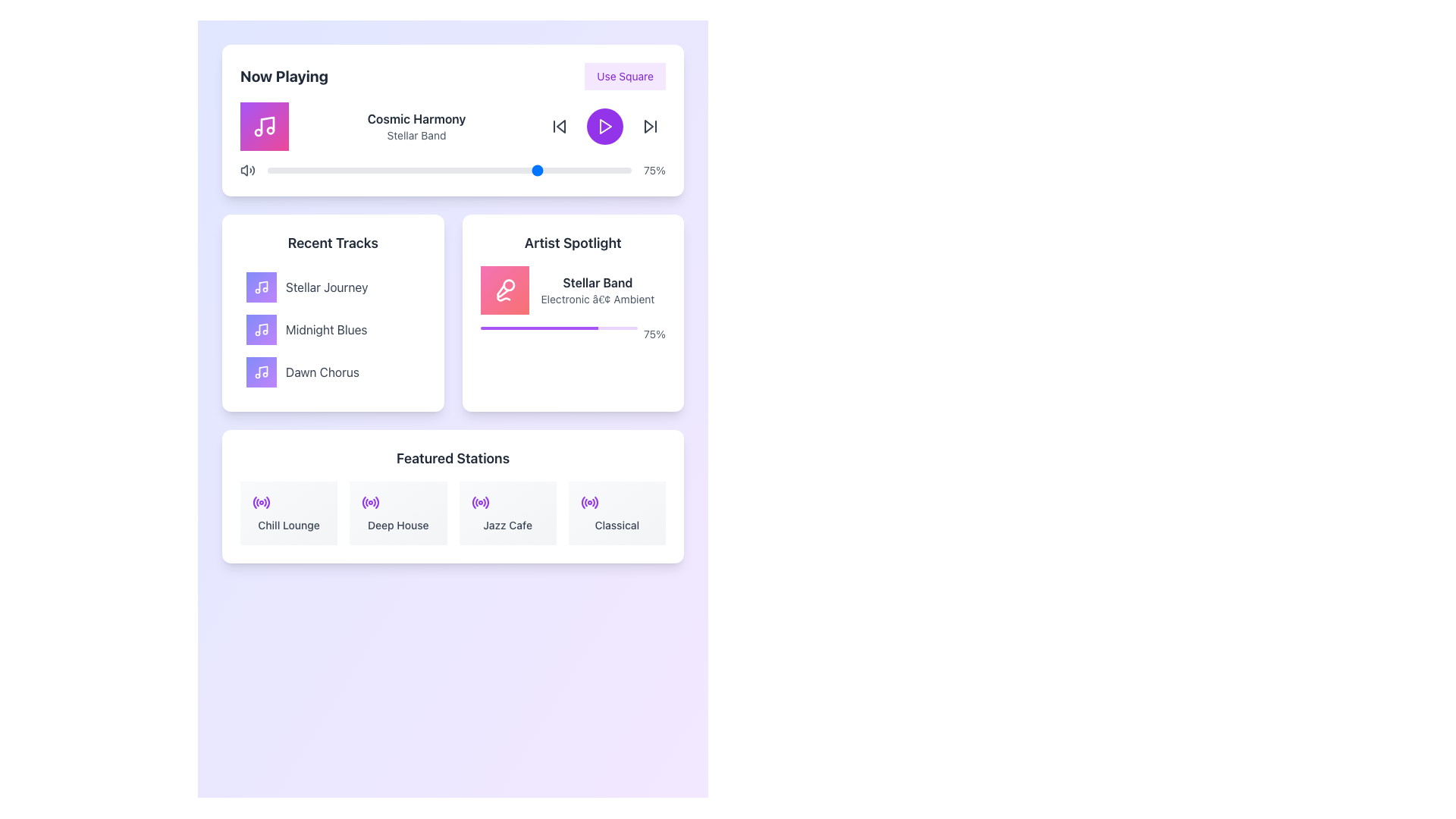  What do you see at coordinates (262, 372) in the screenshot?
I see `the 'Dawn Chorus' track icon in the 'Recent Tracks' section` at bounding box center [262, 372].